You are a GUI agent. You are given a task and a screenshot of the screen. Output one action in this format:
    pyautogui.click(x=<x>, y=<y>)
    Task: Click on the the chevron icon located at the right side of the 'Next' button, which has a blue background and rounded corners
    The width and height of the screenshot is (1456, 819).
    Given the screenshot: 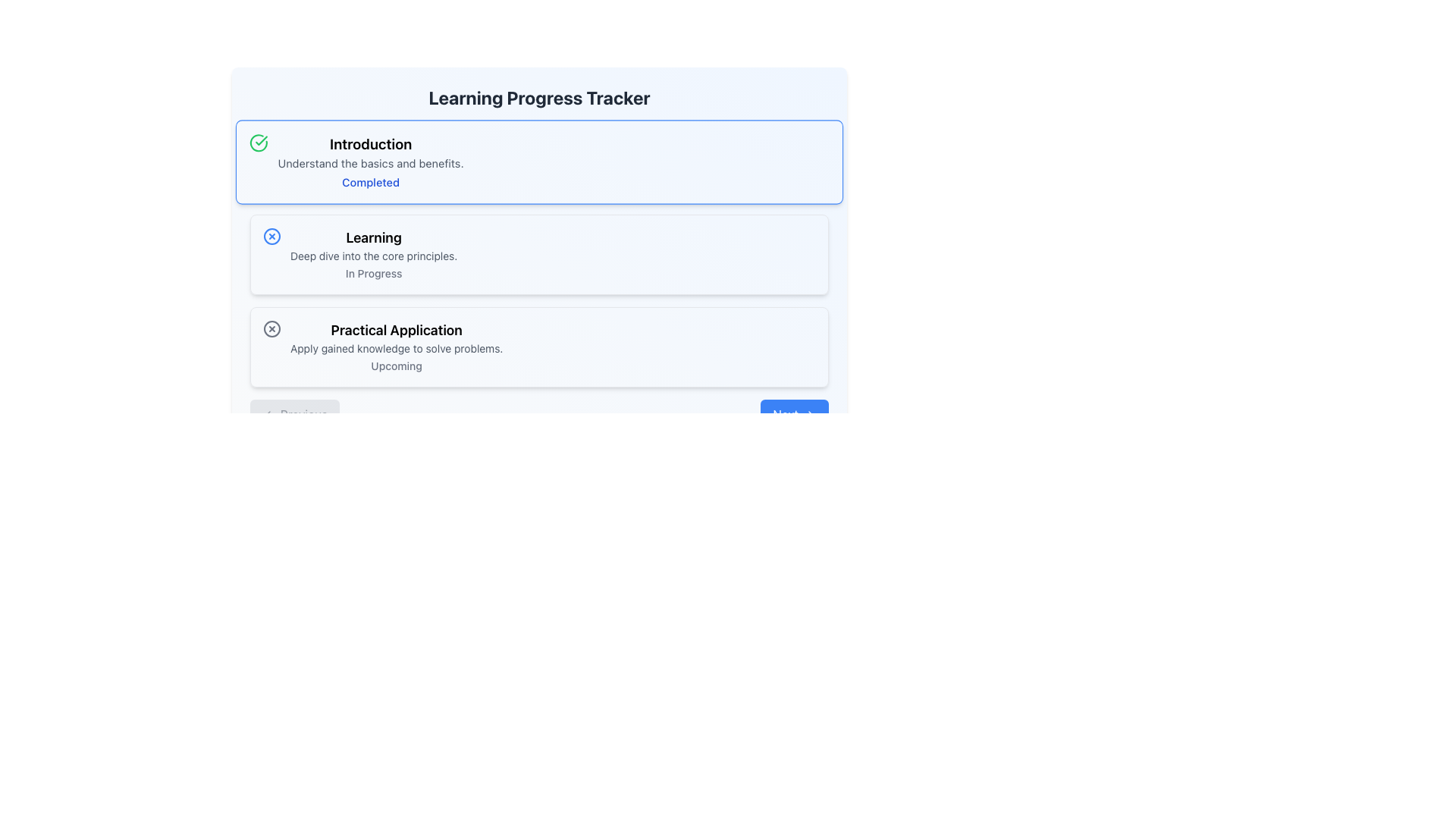 What is the action you would take?
    pyautogui.click(x=810, y=415)
    